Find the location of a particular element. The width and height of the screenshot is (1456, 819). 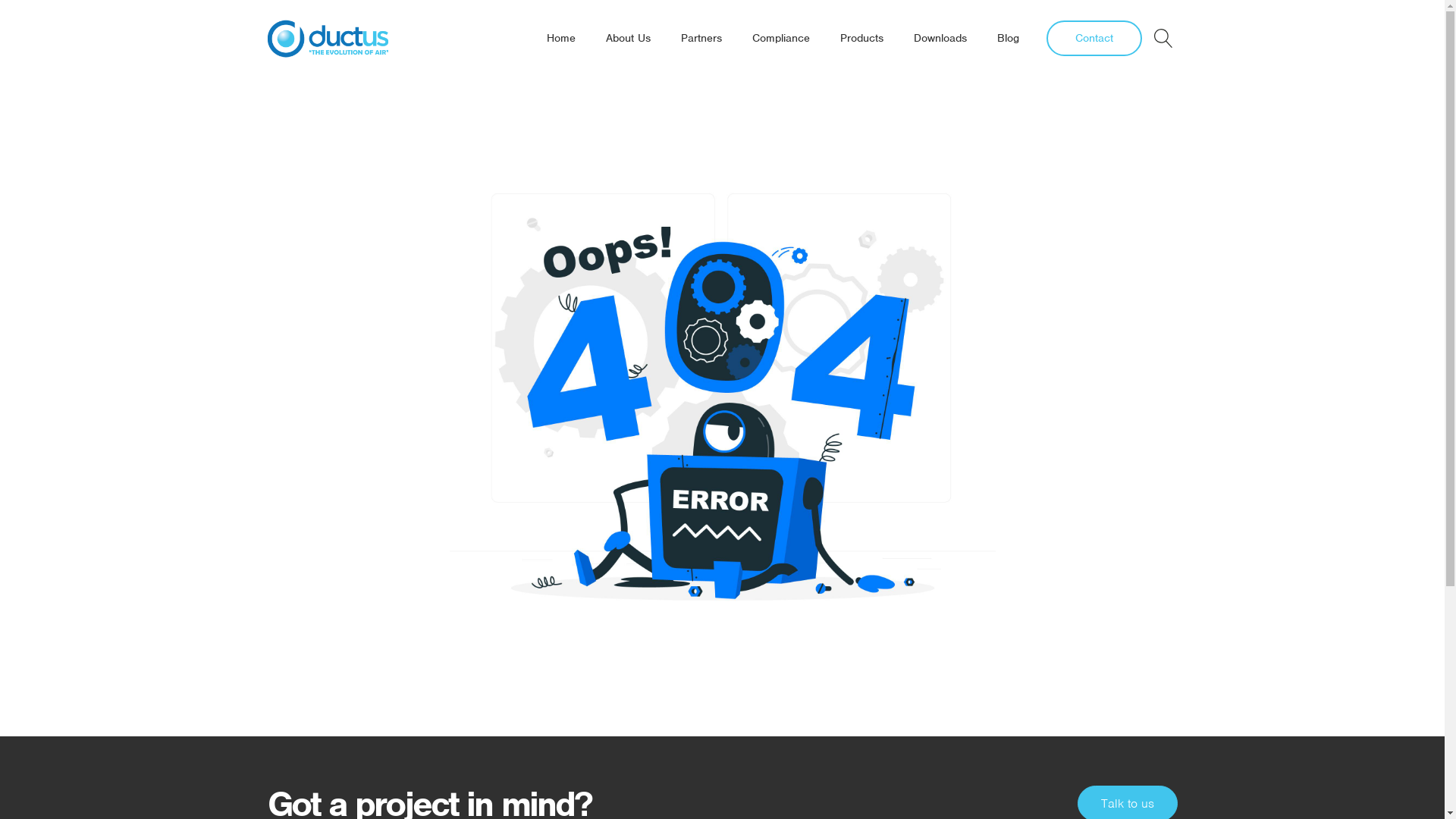

'Contact' is located at coordinates (1094, 37).